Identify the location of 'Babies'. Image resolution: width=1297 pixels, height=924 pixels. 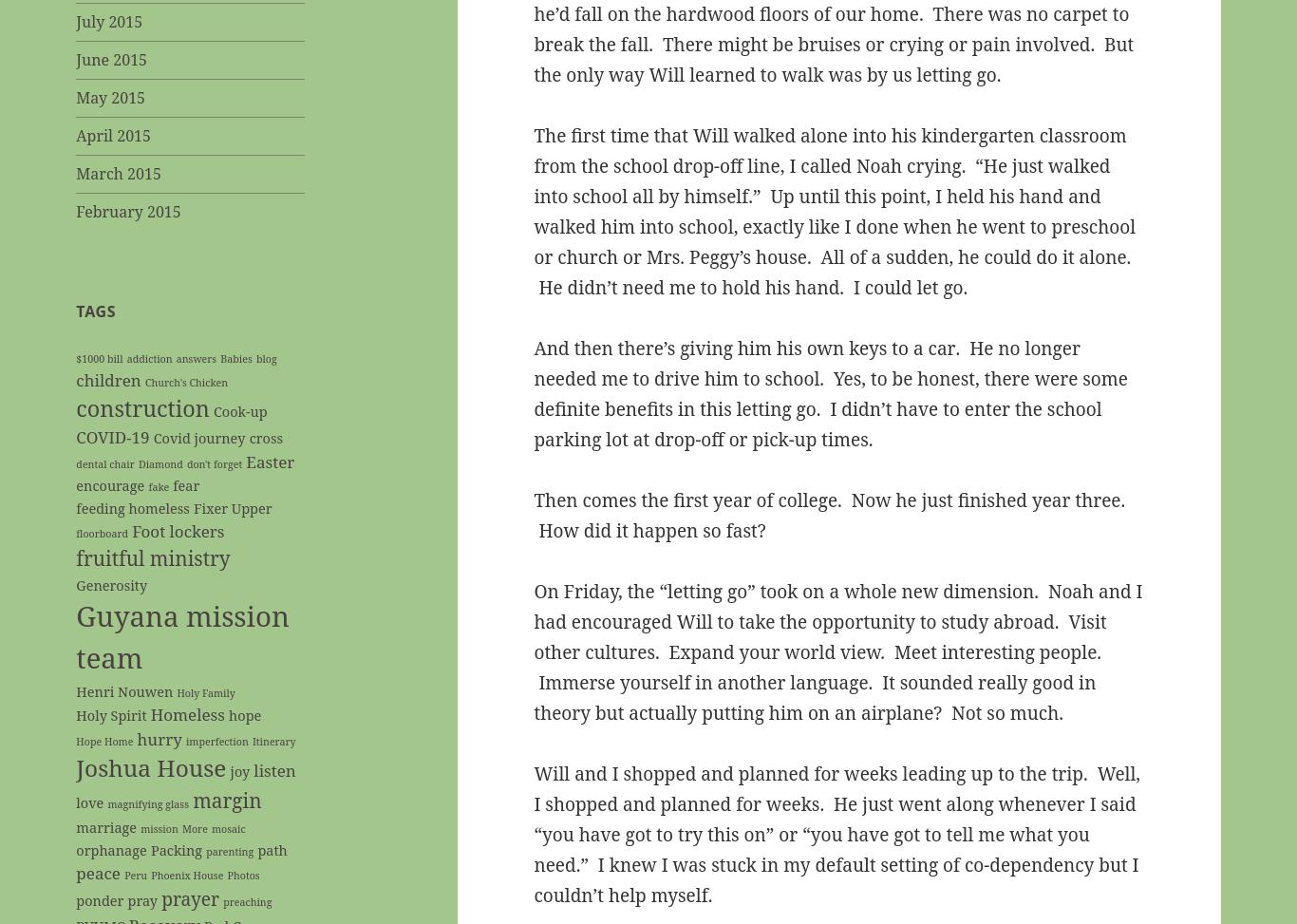
(235, 357).